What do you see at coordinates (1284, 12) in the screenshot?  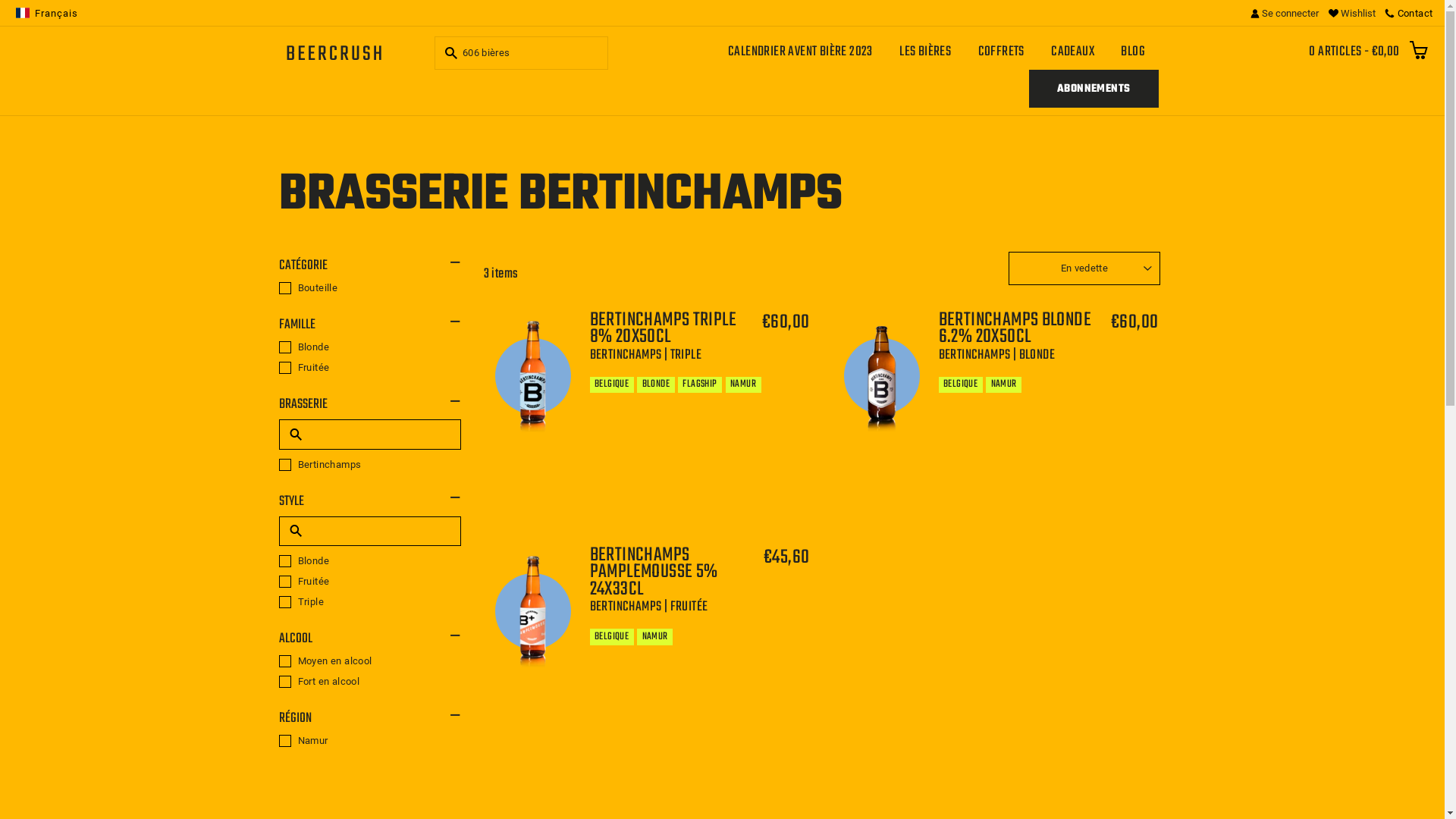 I see `'Se connecter'` at bounding box center [1284, 12].